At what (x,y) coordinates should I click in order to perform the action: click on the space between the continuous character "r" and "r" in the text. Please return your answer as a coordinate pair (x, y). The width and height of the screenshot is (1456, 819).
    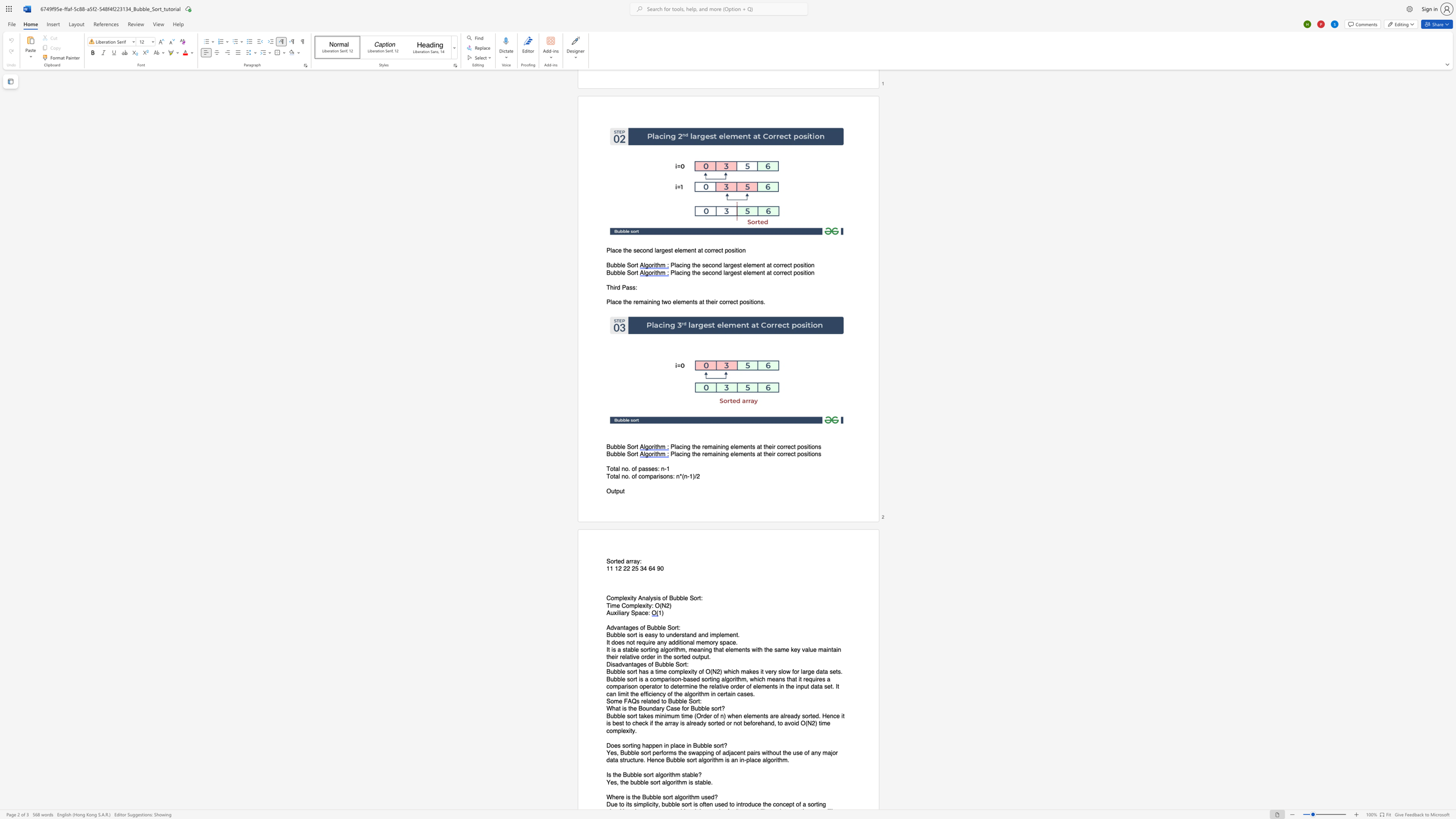
    Looking at the image, I should click on (631, 561).